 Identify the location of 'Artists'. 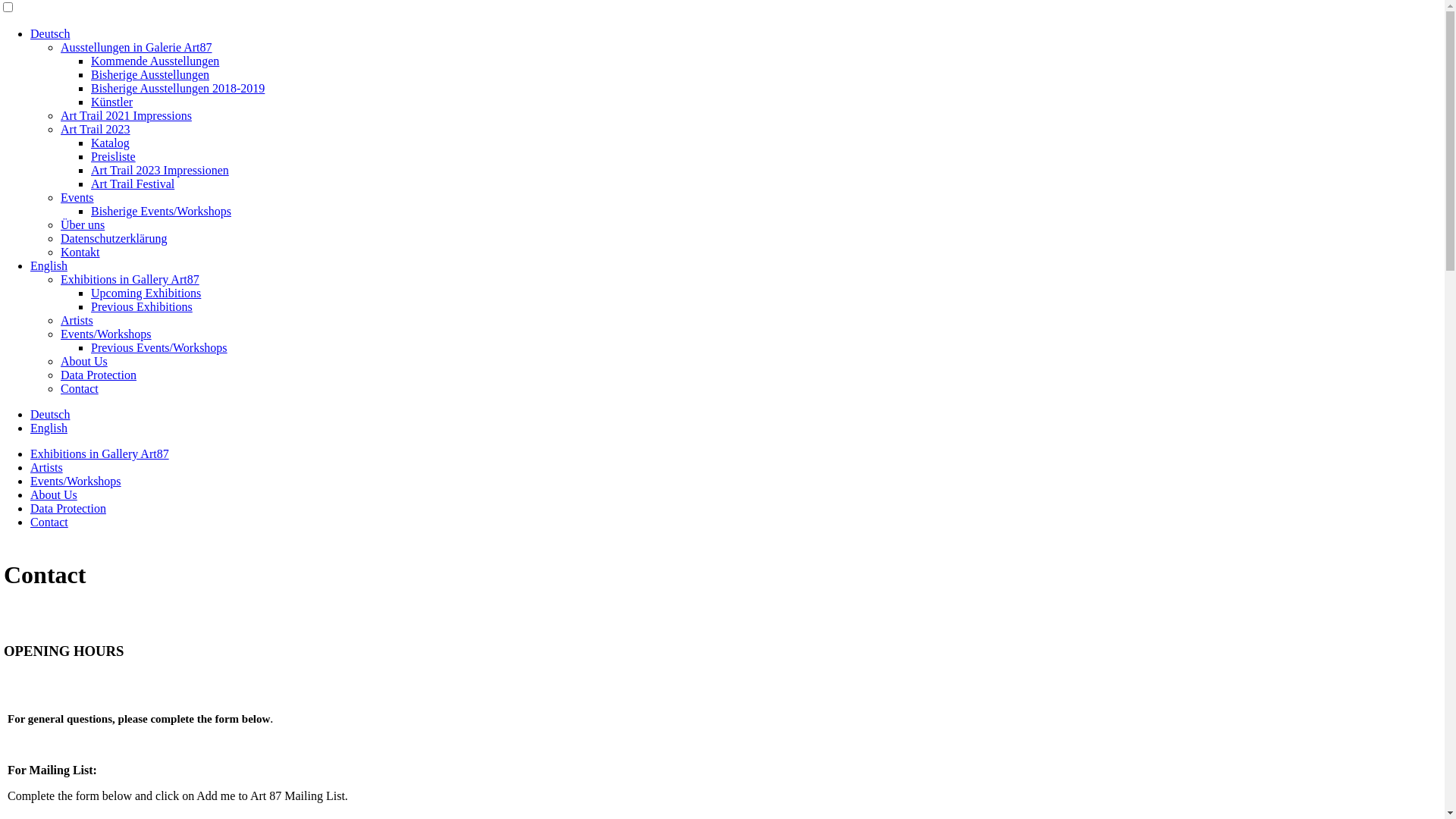
(46, 466).